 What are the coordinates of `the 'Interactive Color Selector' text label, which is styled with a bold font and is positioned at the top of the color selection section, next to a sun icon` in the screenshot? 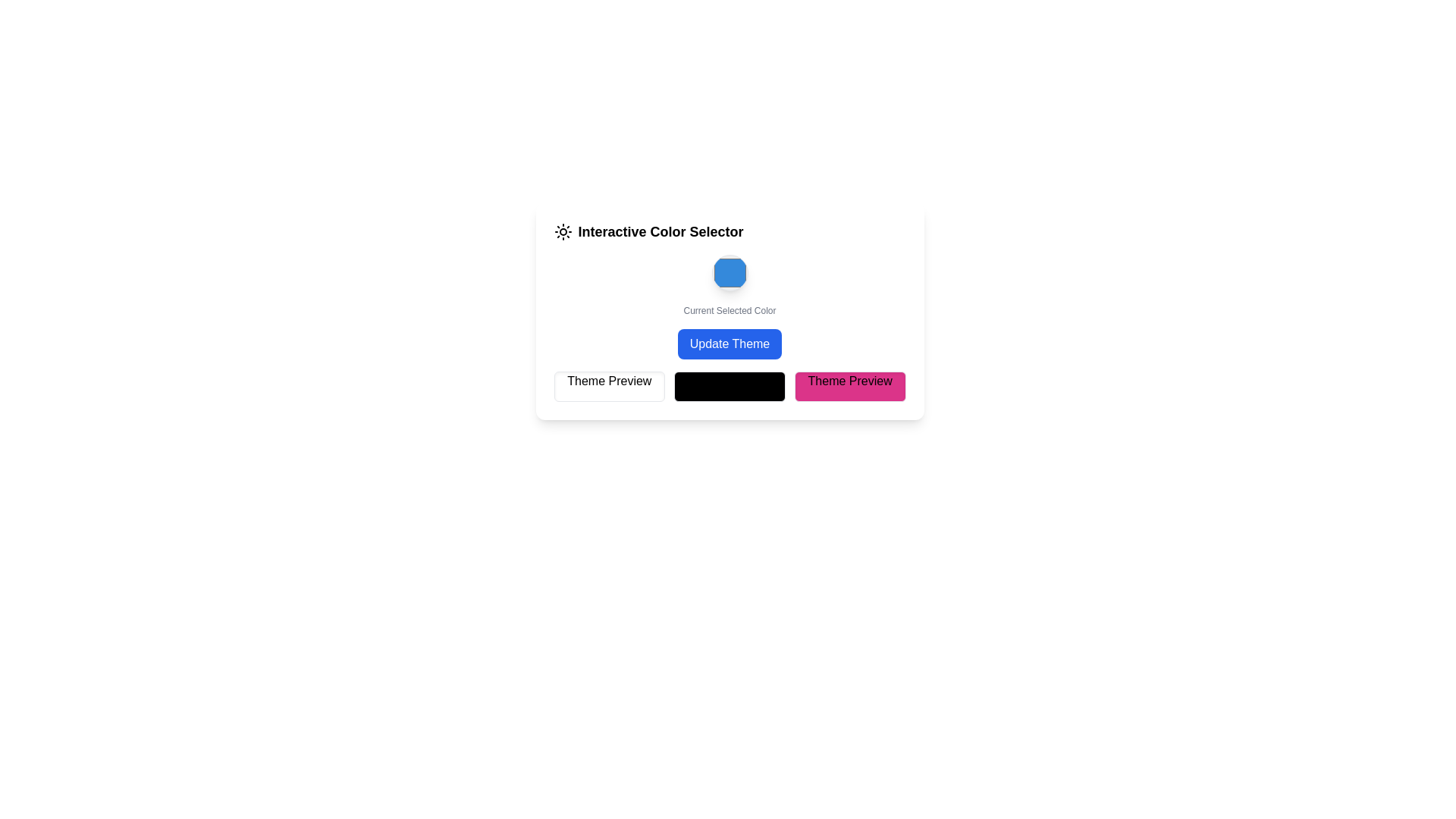 It's located at (661, 231).